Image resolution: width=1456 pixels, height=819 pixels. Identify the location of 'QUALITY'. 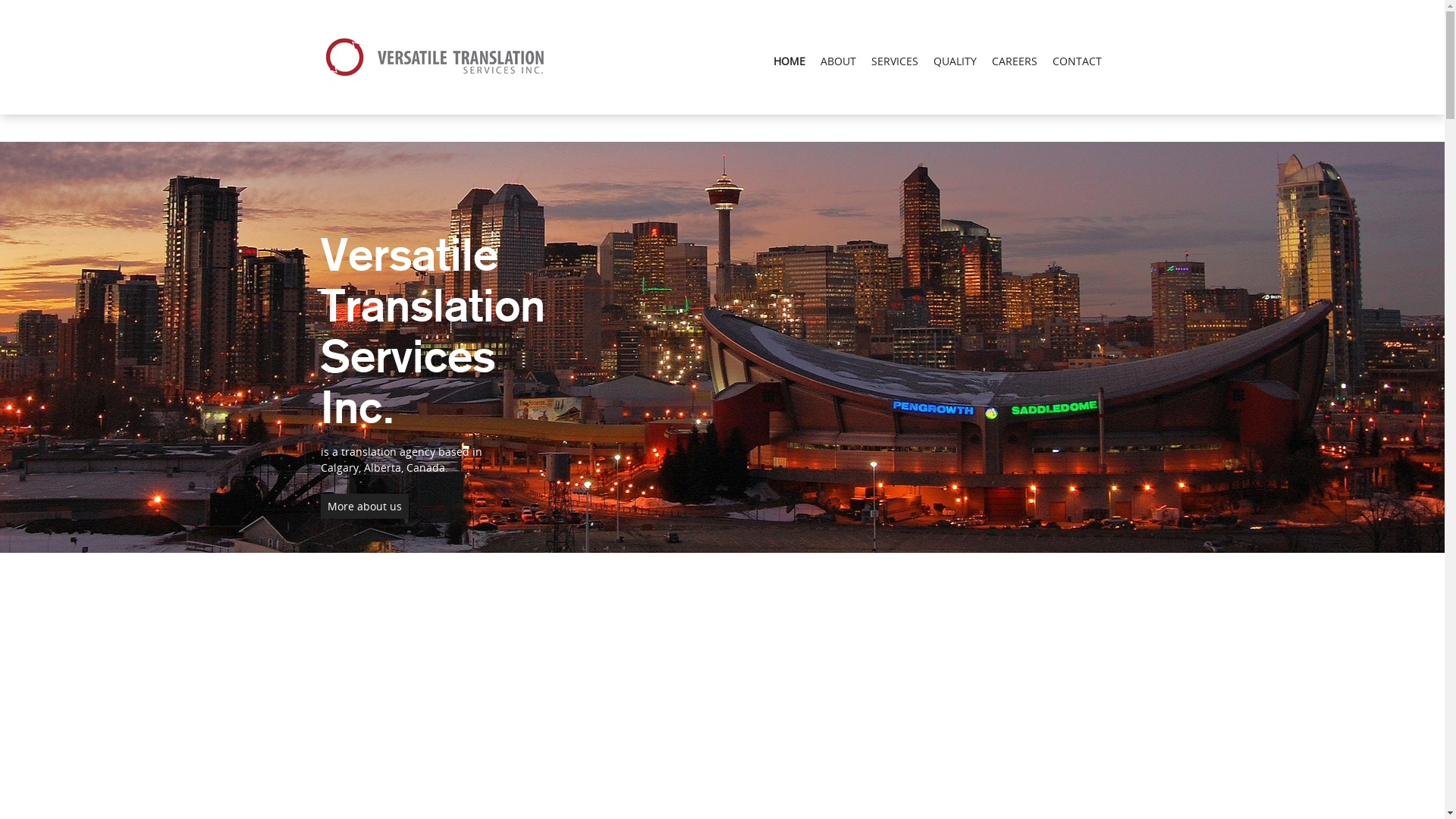
(953, 60).